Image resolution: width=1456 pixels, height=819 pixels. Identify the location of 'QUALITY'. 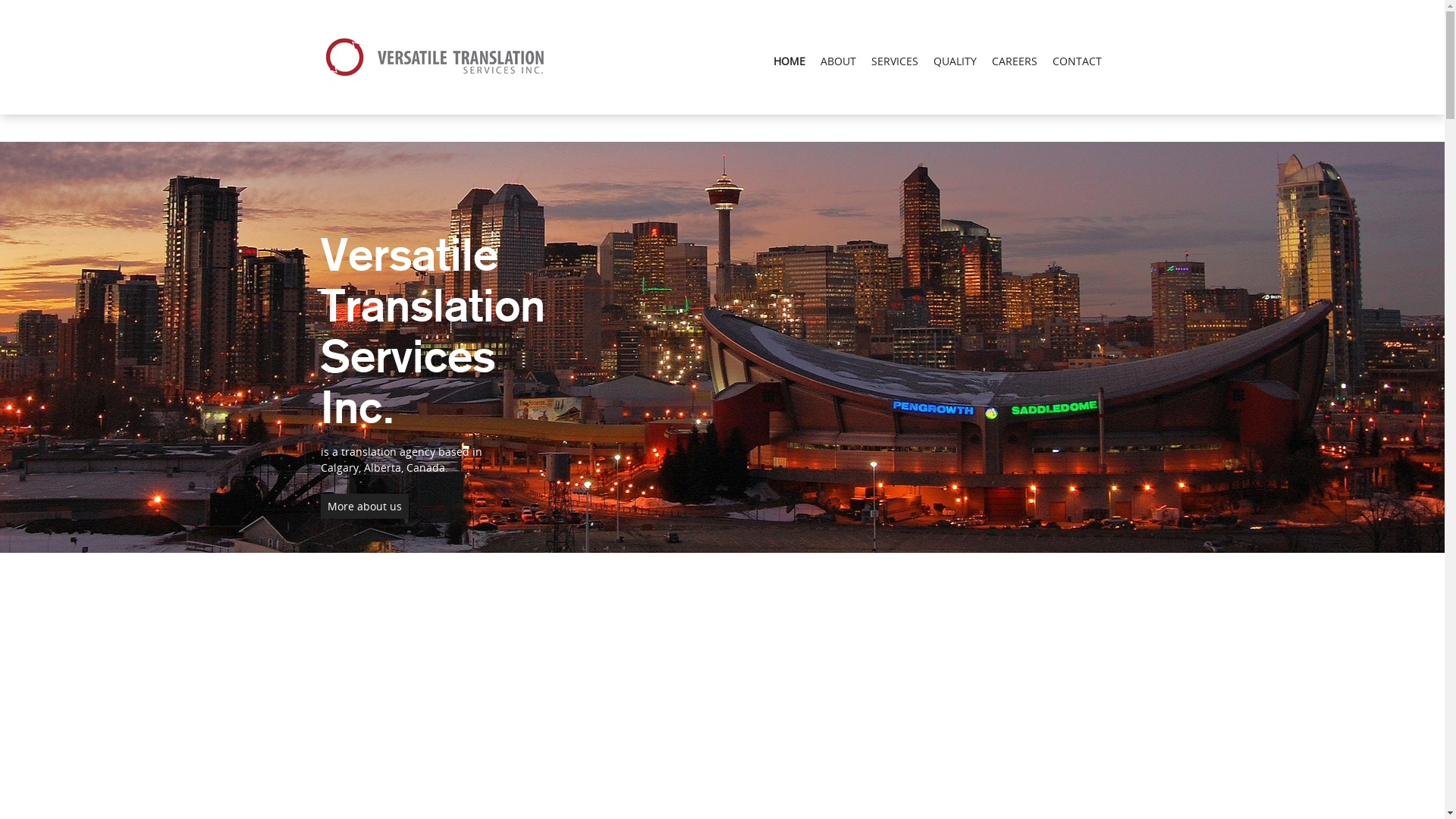
(953, 60).